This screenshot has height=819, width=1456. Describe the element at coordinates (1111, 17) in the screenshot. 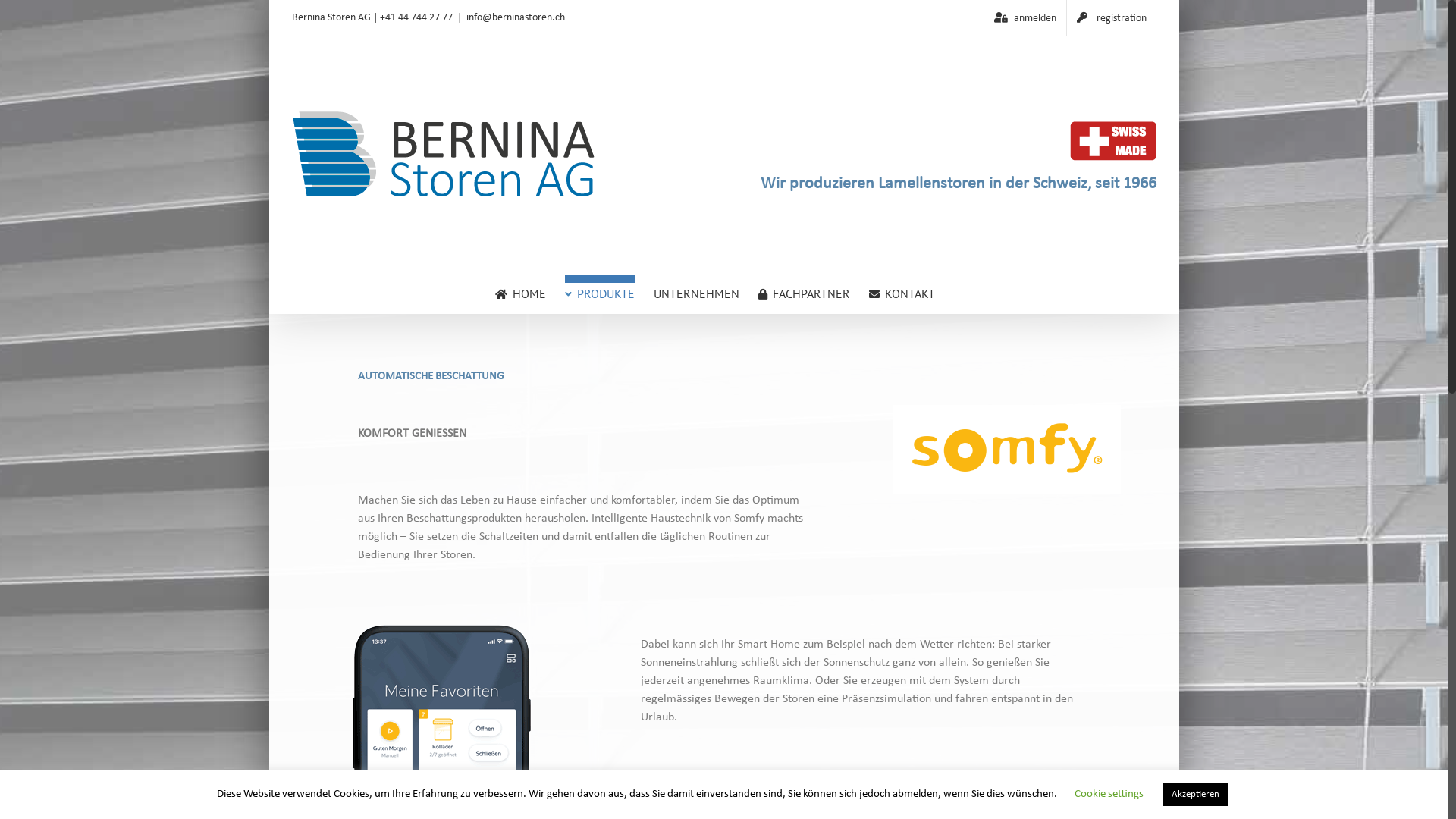

I see `'registration'` at that location.